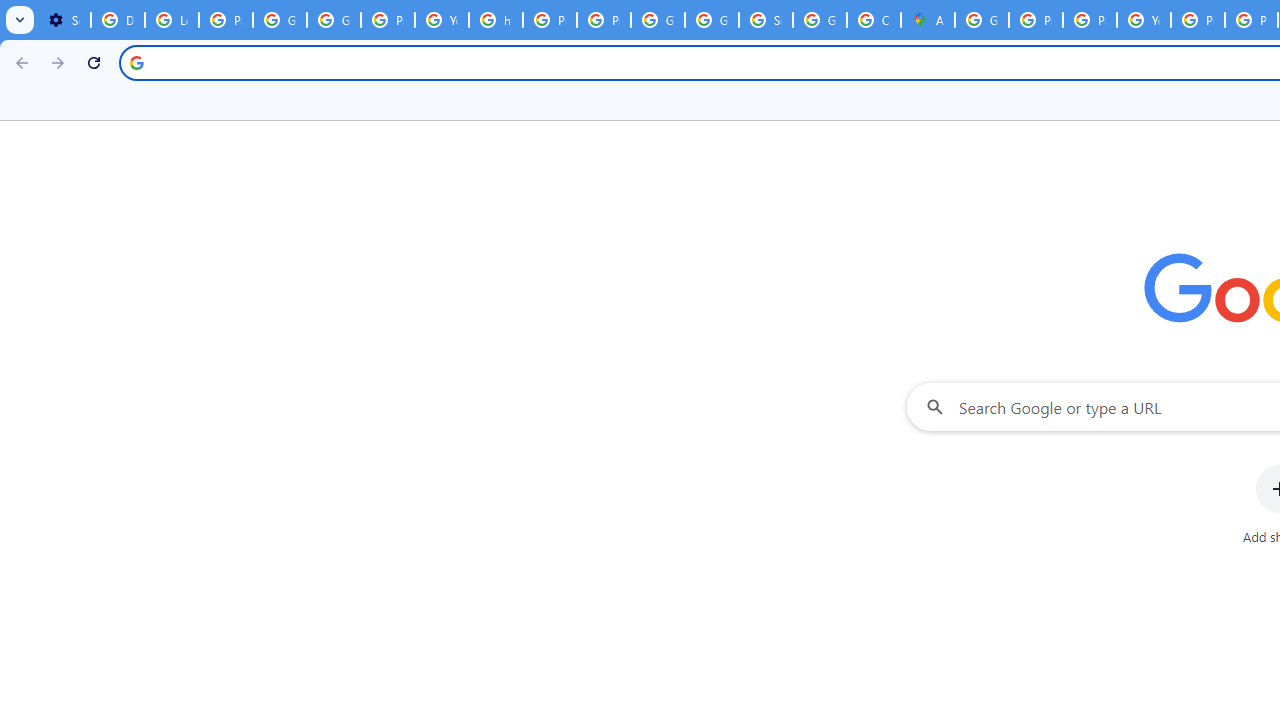 The image size is (1280, 720). Describe the element at coordinates (1144, 20) in the screenshot. I see `'YouTube'` at that location.